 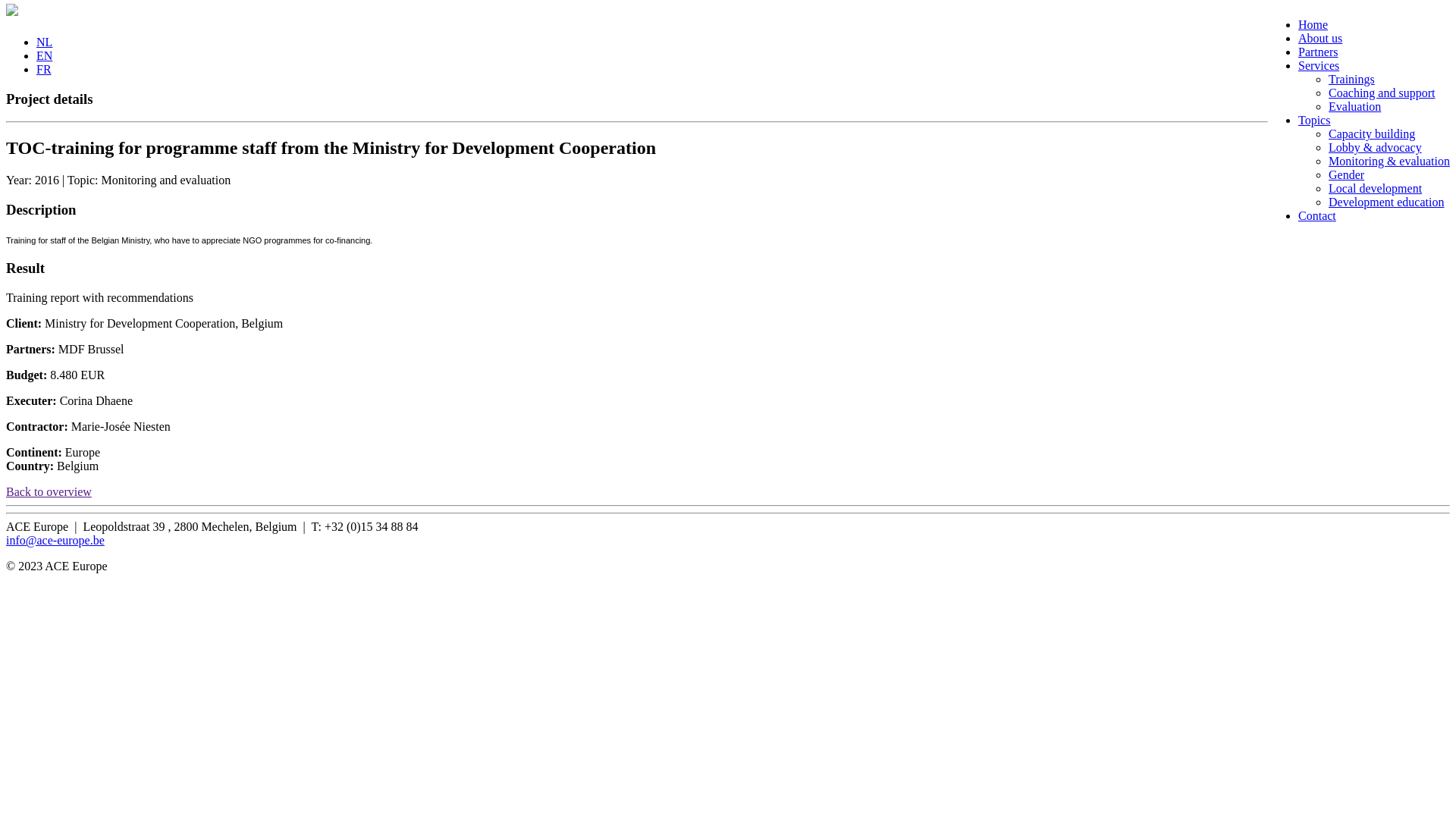 What do you see at coordinates (1382, 93) in the screenshot?
I see `'Coaching and support'` at bounding box center [1382, 93].